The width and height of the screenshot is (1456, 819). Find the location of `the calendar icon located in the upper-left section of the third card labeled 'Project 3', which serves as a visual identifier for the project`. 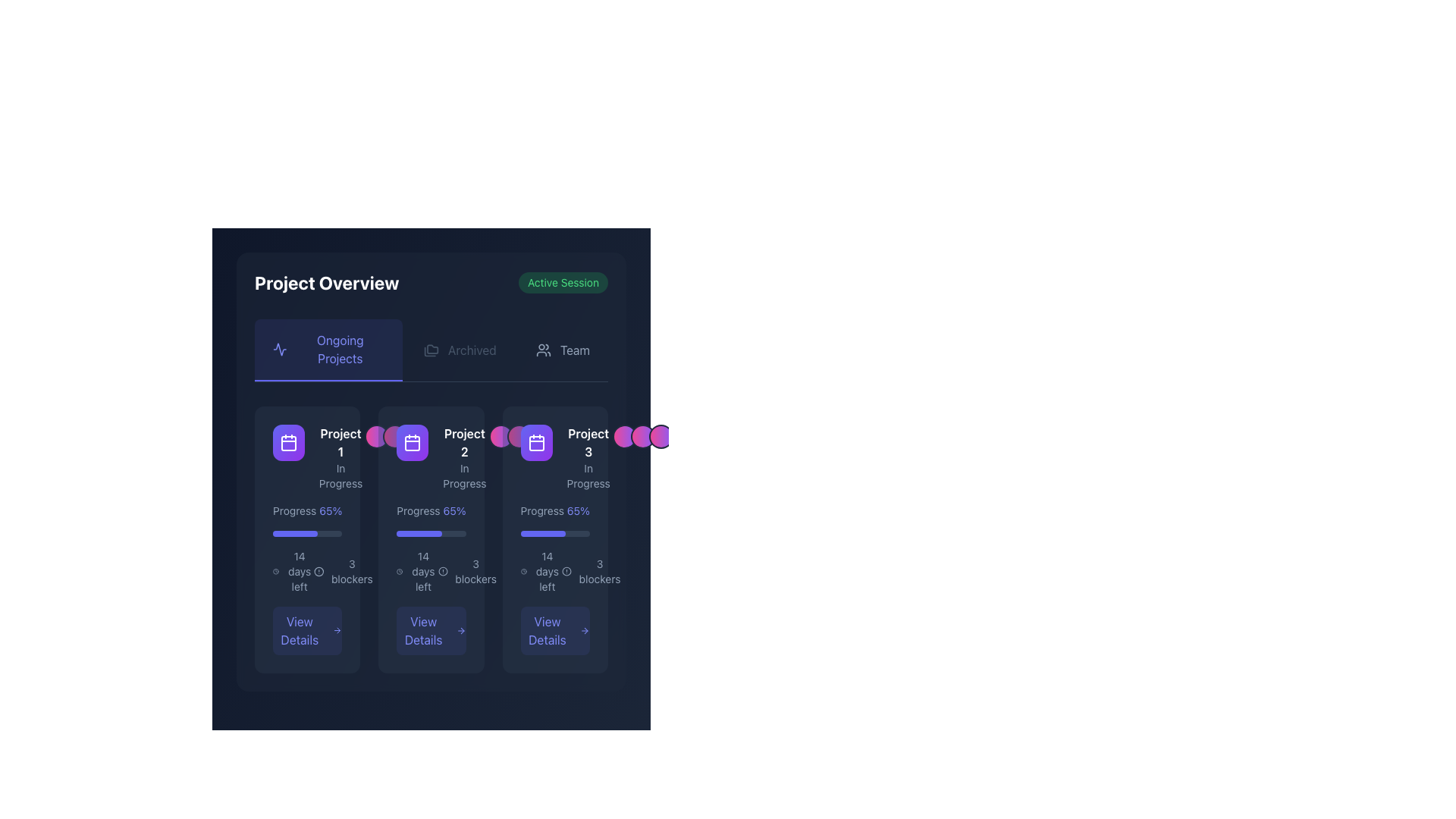

the calendar icon located in the upper-left section of the third card labeled 'Project 3', which serves as a visual identifier for the project is located at coordinates (288, 442).